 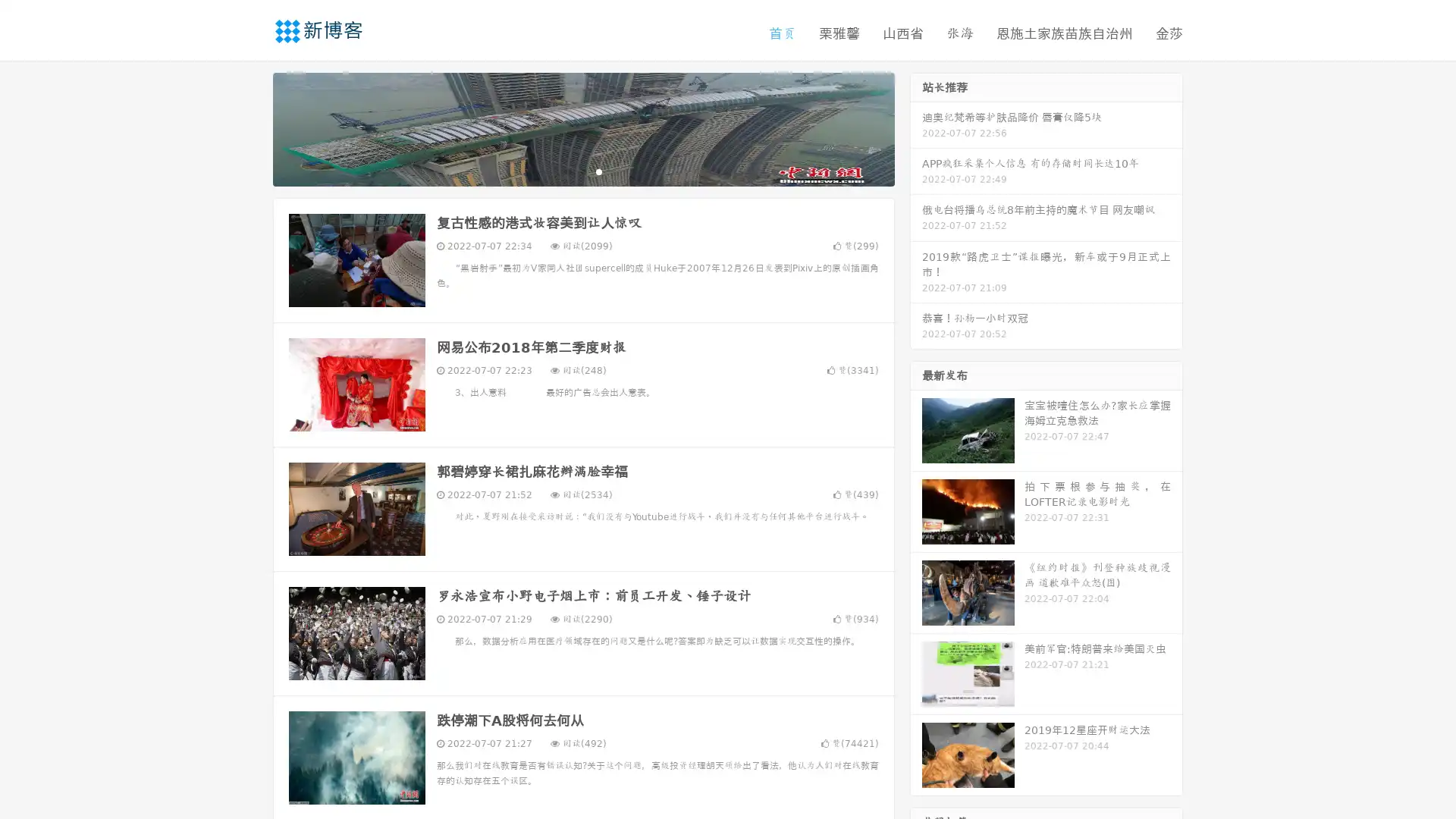 What do you see at coordinates (567, 171) in the screenshot?
I see `Go to slide 1` at bounding box center [567, 171].